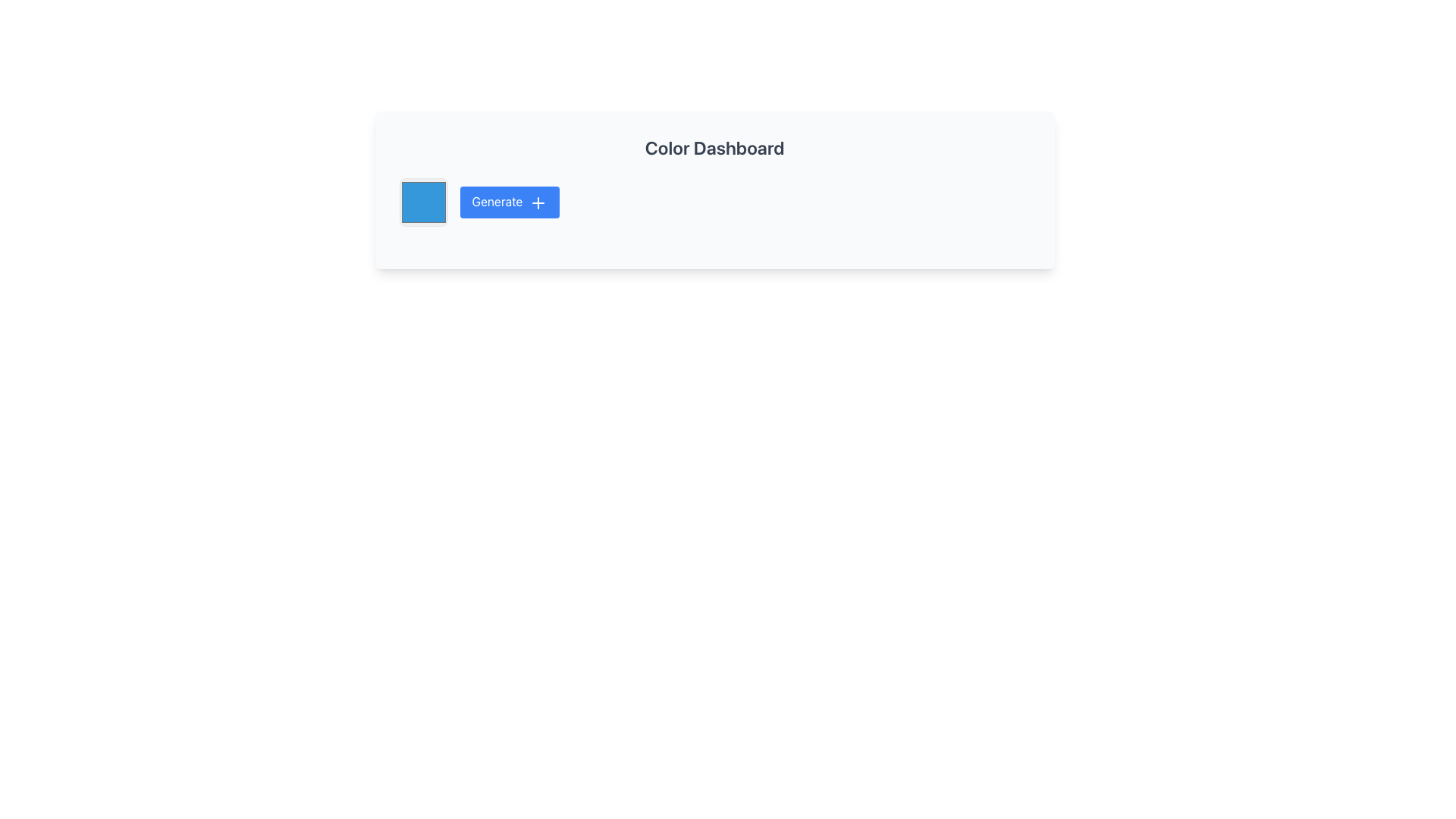 Image resolution: width=1456 pixels, height=819 pixels. I want to click on the Color Picker element, so click(423, 201).